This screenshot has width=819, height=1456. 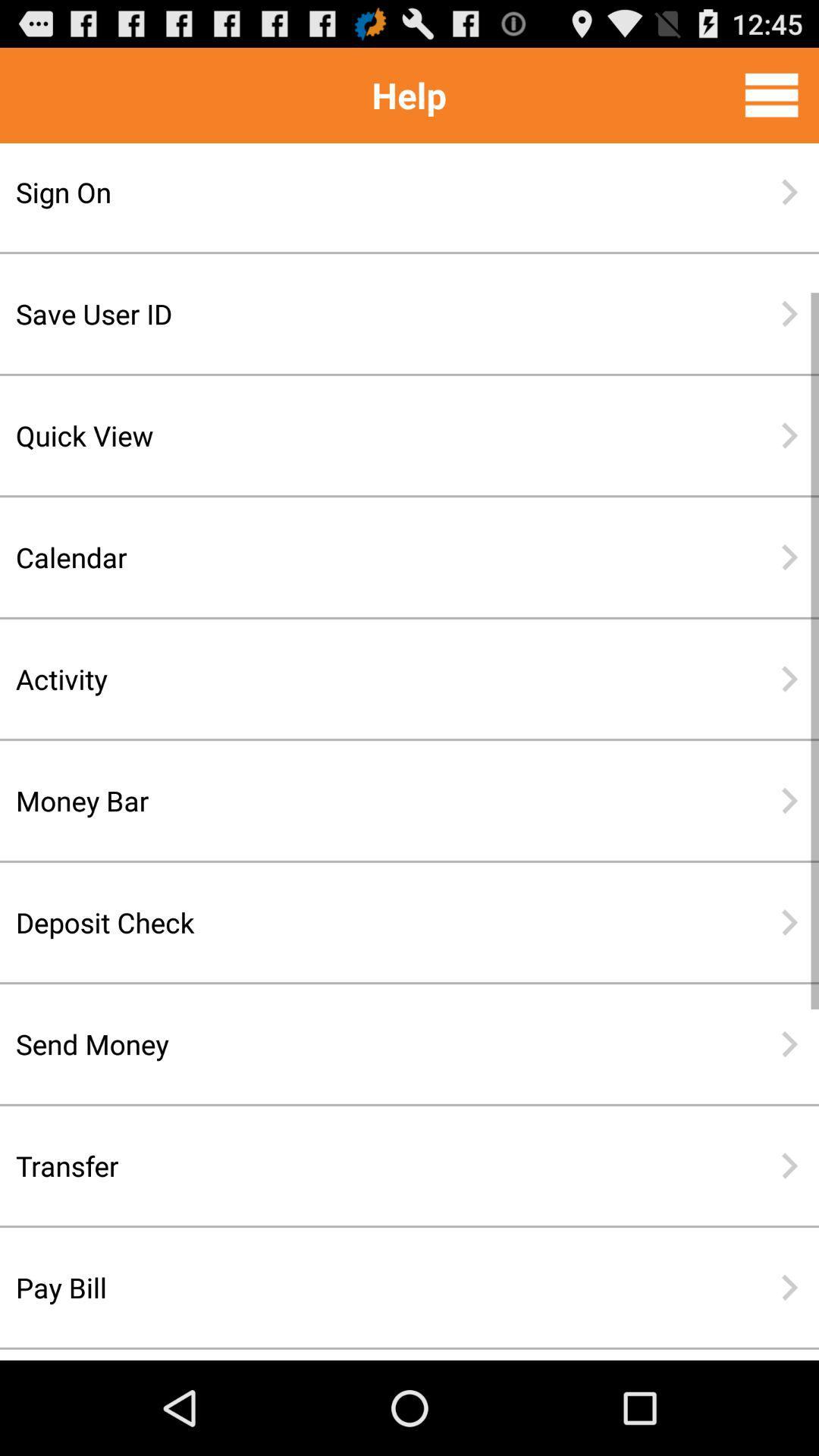 What do you see at coordinates (360, 1165) in the screenshot?
I see `transfer item` at bounding box center [360, 1165].